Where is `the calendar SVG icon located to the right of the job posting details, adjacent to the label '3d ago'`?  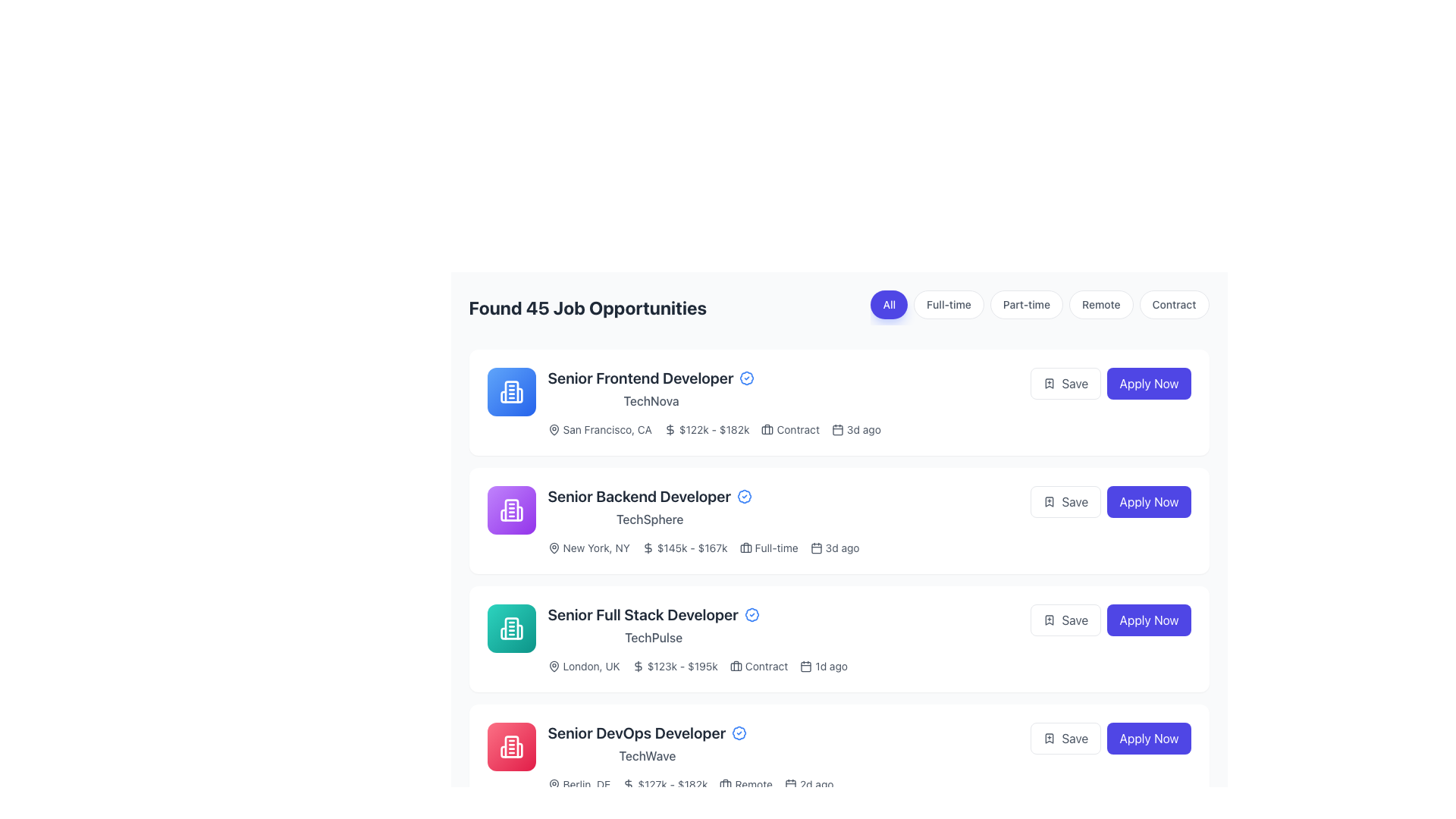
the calendar SVG icon located to the right of the job posting details, adjacent to the label '3d ago' is located at coordinates (836, 430).